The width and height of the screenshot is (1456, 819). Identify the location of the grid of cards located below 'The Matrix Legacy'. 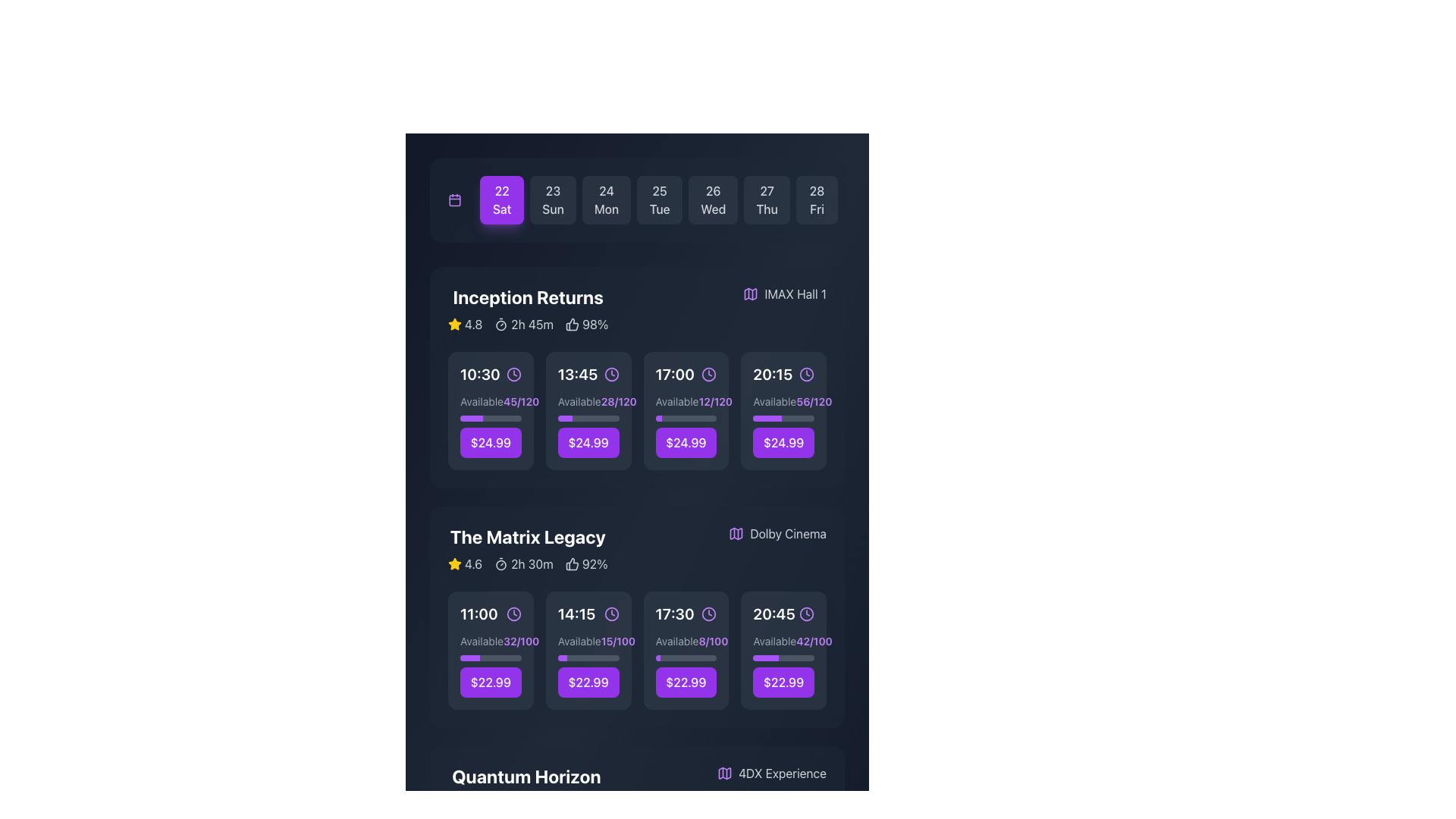
(637, 649).